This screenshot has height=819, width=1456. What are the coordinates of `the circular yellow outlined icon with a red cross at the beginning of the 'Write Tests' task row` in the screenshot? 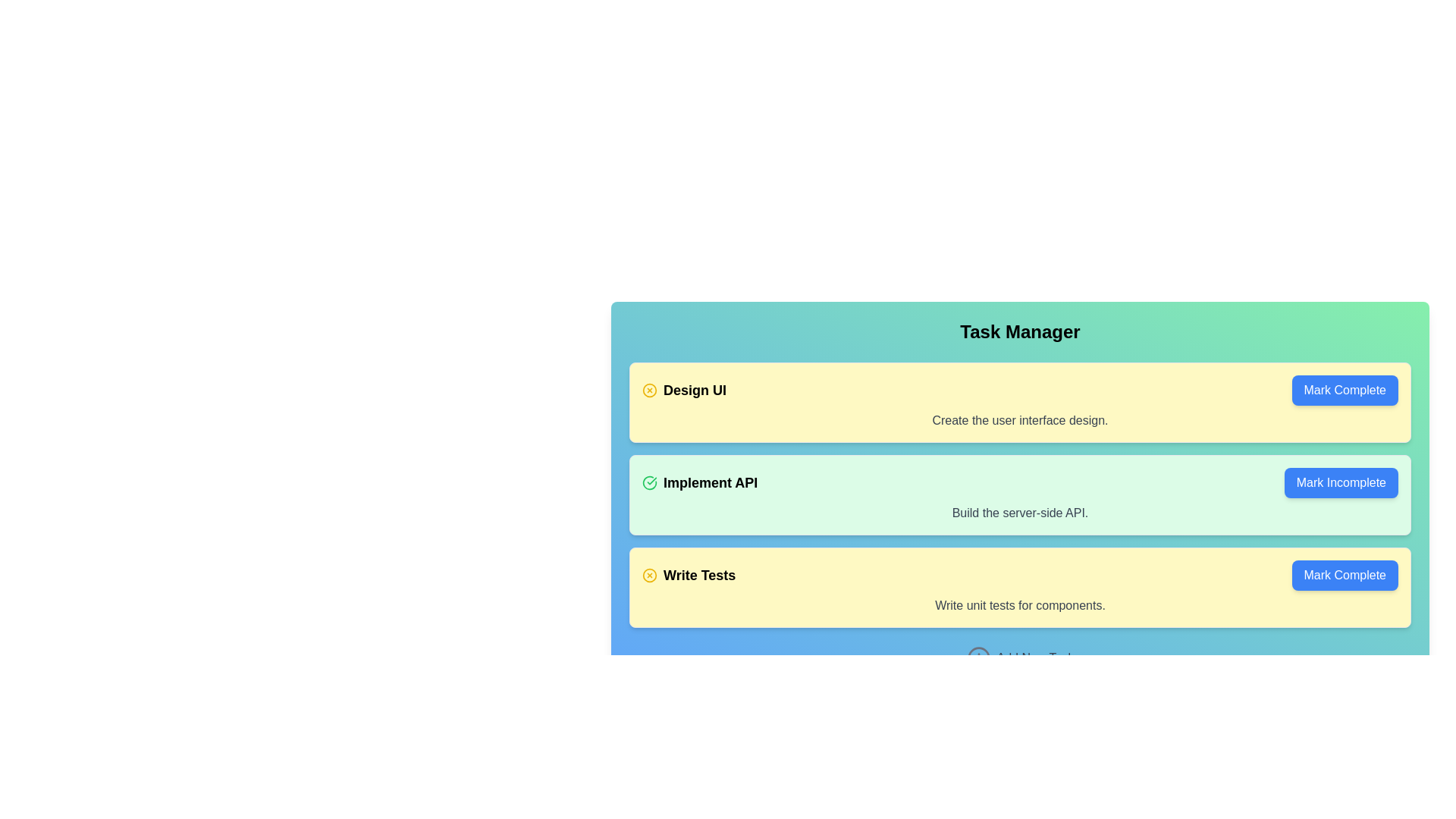 It's located at (650, 576).